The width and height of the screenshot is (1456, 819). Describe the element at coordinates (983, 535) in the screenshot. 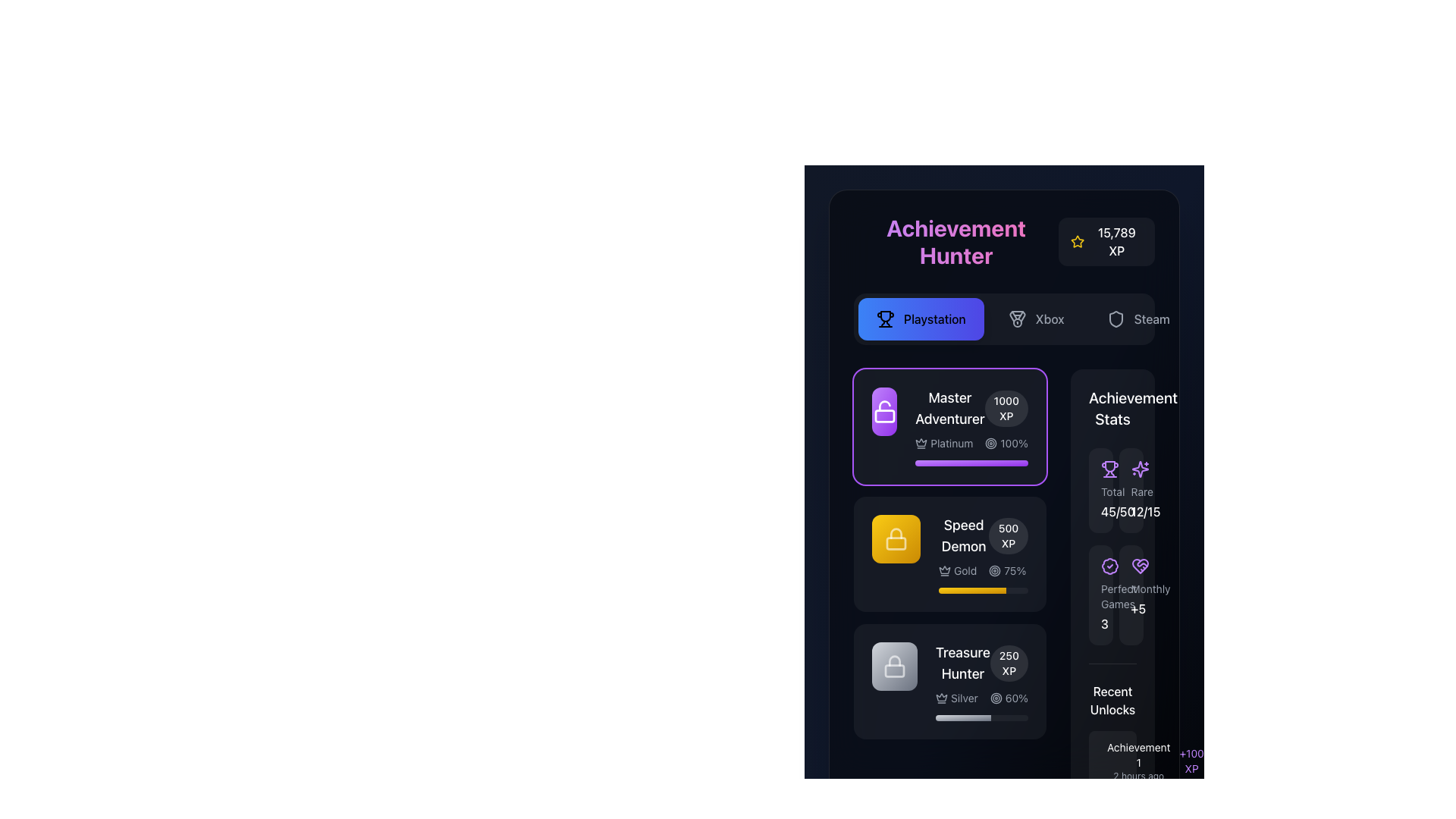

I see `the 'Speed Demon' achievement informational display, which shows a score of 500 XP and is the second card in a vertical list of achievements` at that location.